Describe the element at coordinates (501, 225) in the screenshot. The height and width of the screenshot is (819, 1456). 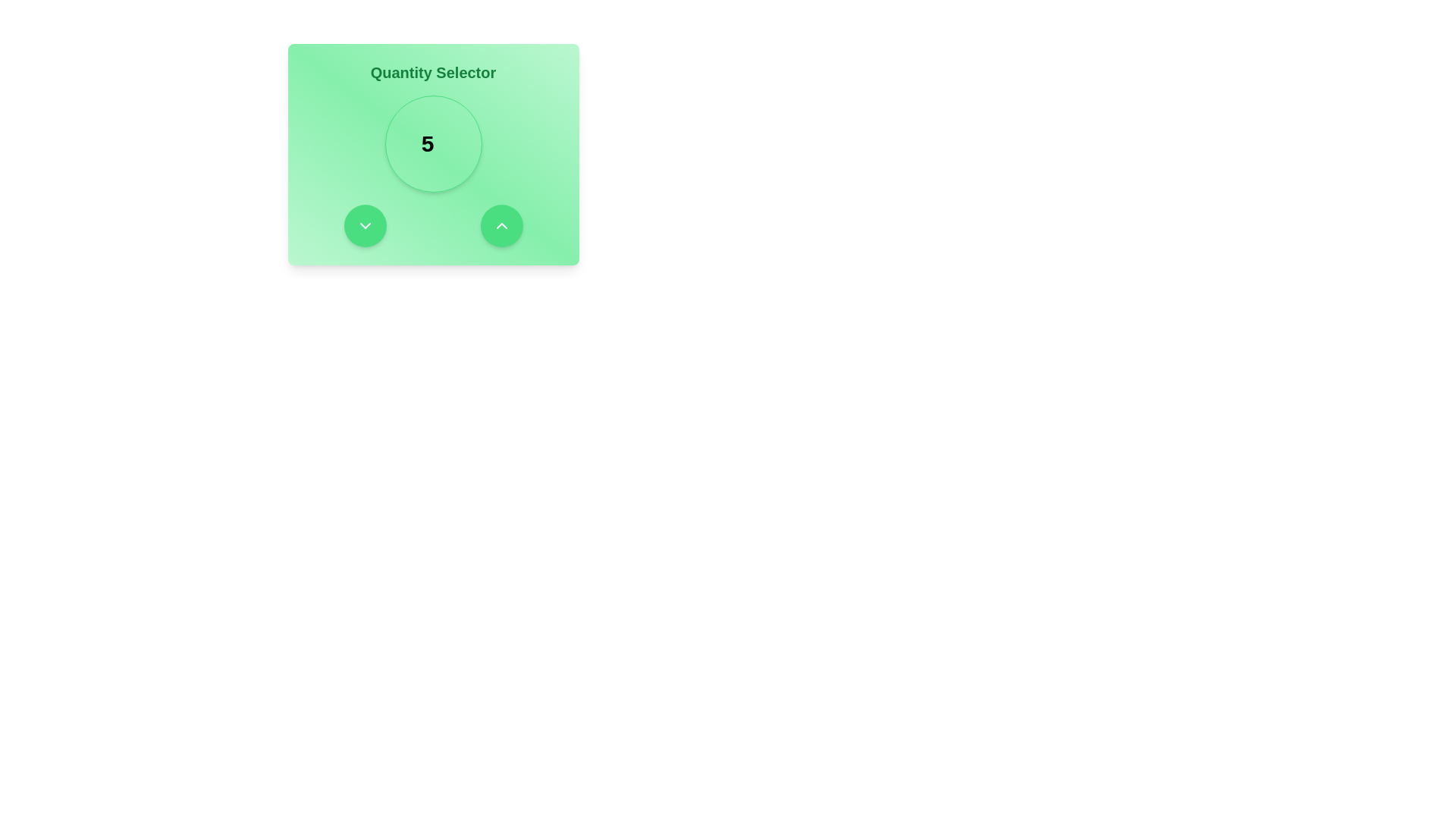
I see `the Chevron icon within the green circular increment button located at the bottom-right corner of the main card` at that location.